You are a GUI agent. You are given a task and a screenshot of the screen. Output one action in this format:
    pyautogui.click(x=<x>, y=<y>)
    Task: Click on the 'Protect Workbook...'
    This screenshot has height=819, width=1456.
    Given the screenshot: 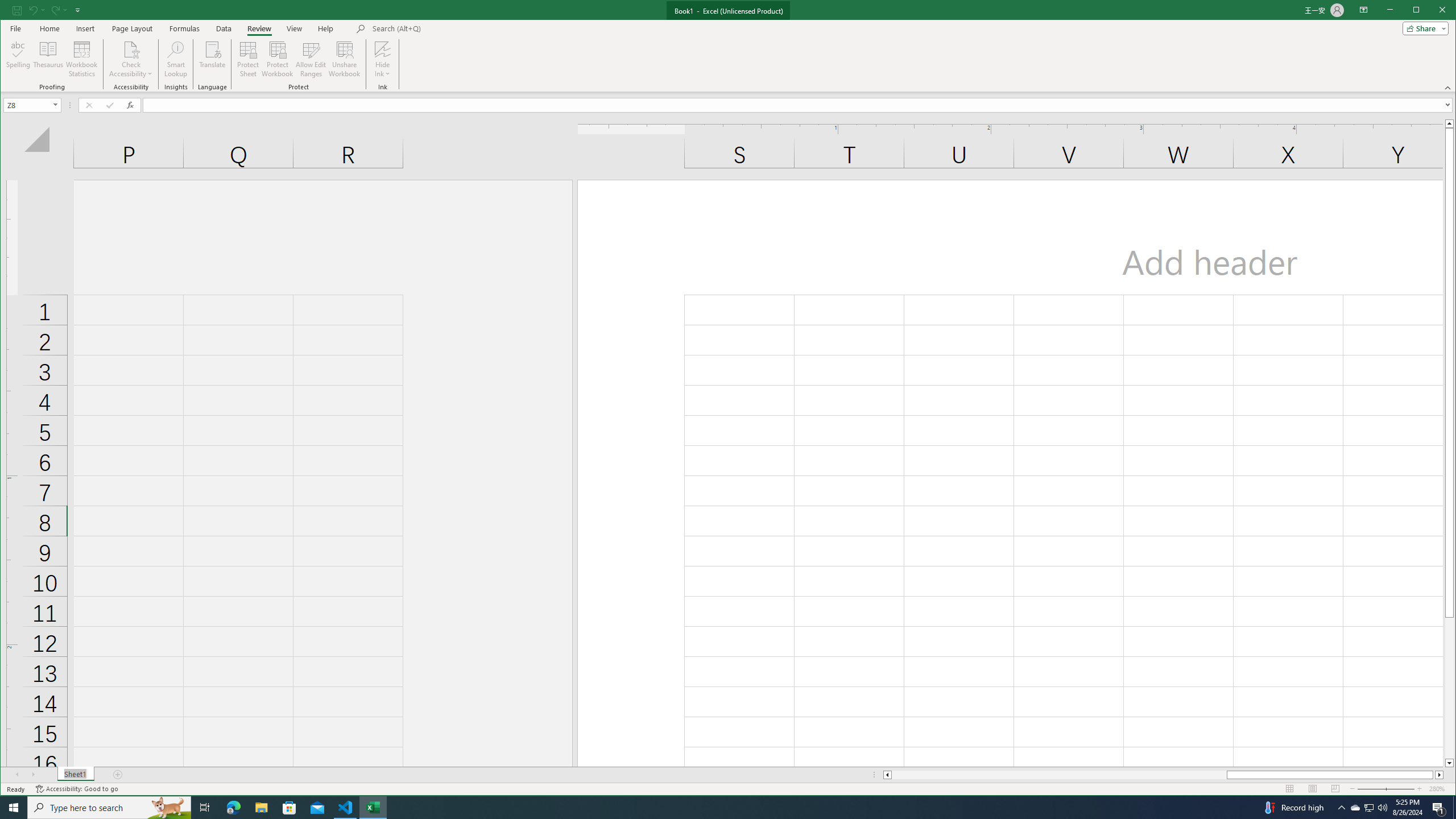 What is the action you would take?
    pyautogui.click(x=276, y=59)
    